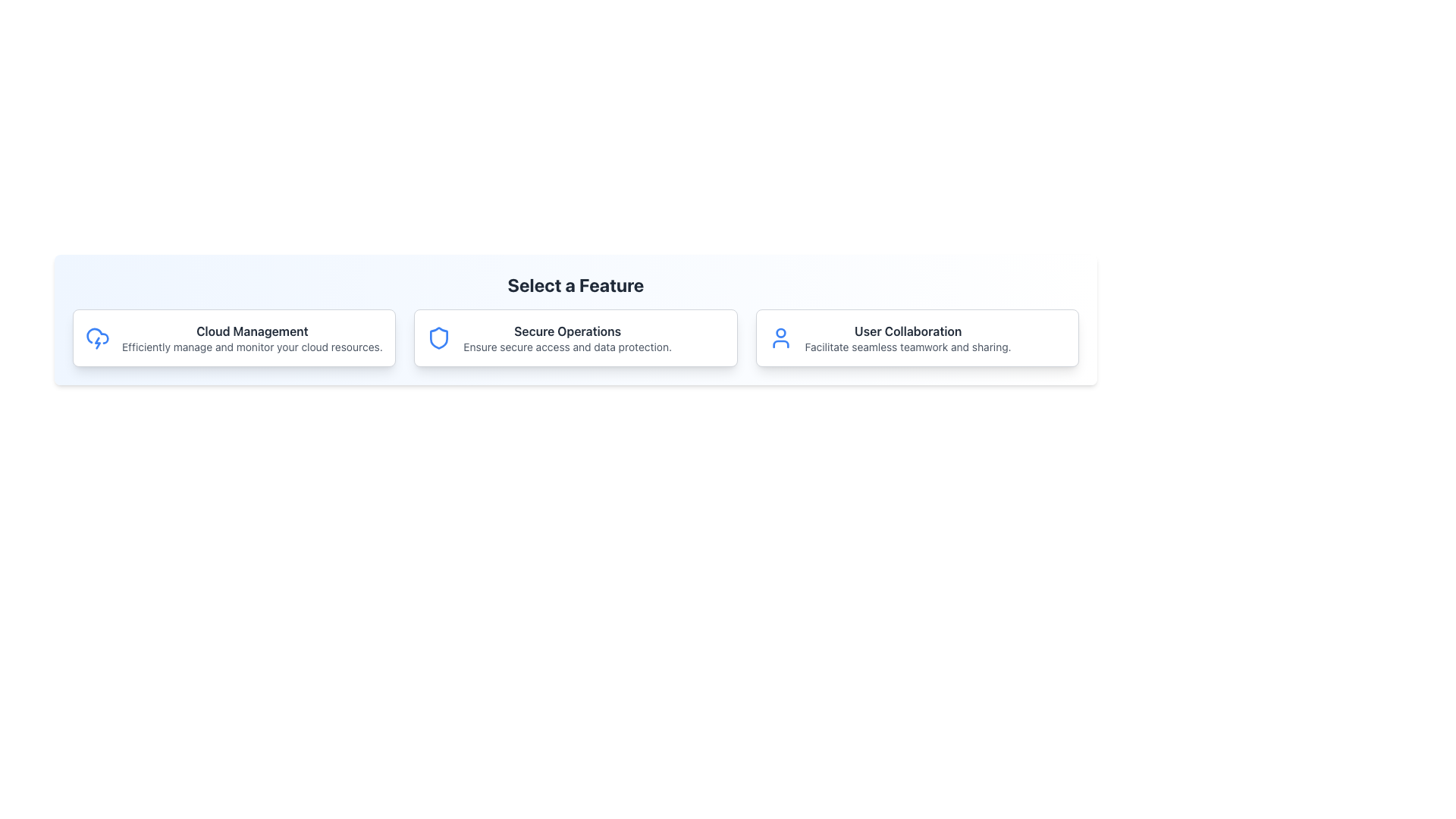 The image size is (1456, 819). What do you see at coordinates (97, 336) in the screenshot?
I see `the 'Cloud Management' icon located in the top-left region of its feature card` at bounding box center [97, 336].